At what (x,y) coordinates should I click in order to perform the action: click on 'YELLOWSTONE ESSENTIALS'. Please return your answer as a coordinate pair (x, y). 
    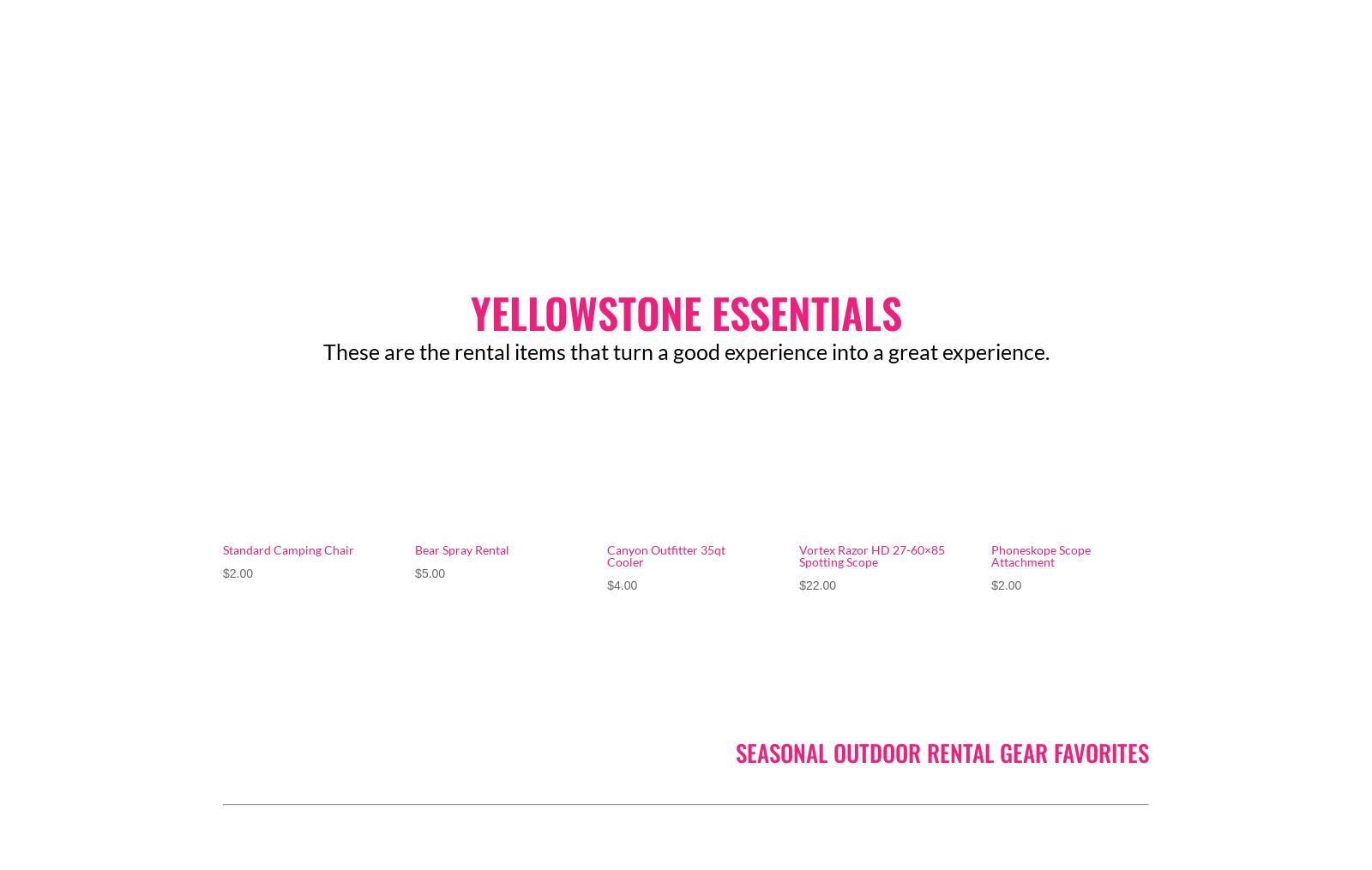
    Looking at the image, I should click on (685, 312).